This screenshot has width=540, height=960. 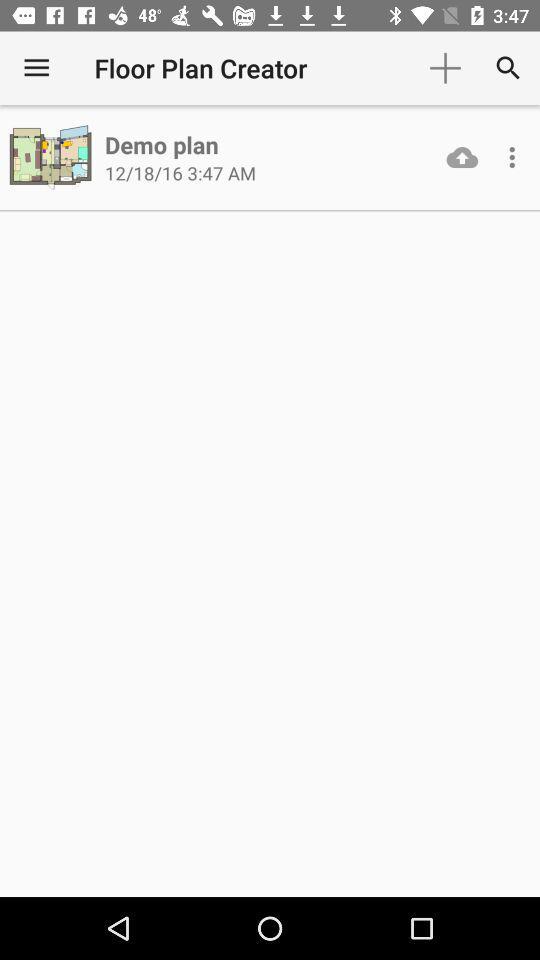 I want to click on options for demo plan, so click(x=512, y=156).